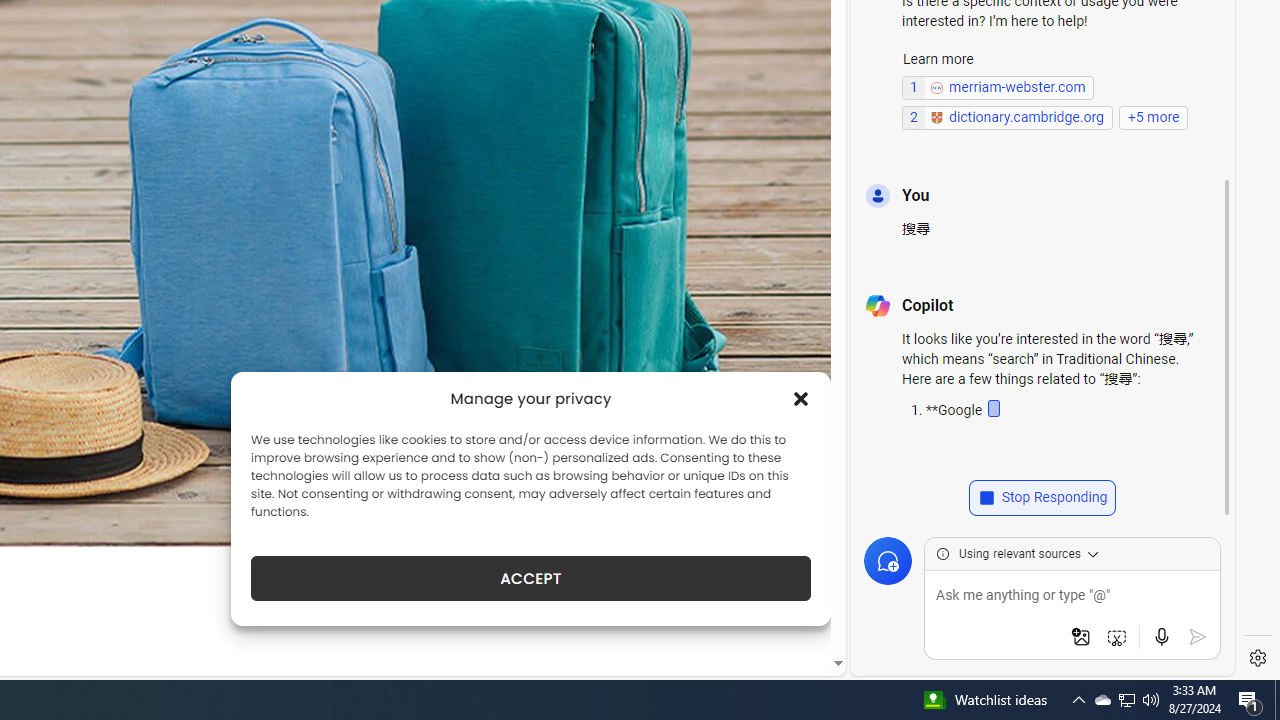 The width and height of the screenshot is (1280, 720). Describe the element at coordinates (801, 398) in the screenshot. I see `'Class: cmplz-close'` at that location.